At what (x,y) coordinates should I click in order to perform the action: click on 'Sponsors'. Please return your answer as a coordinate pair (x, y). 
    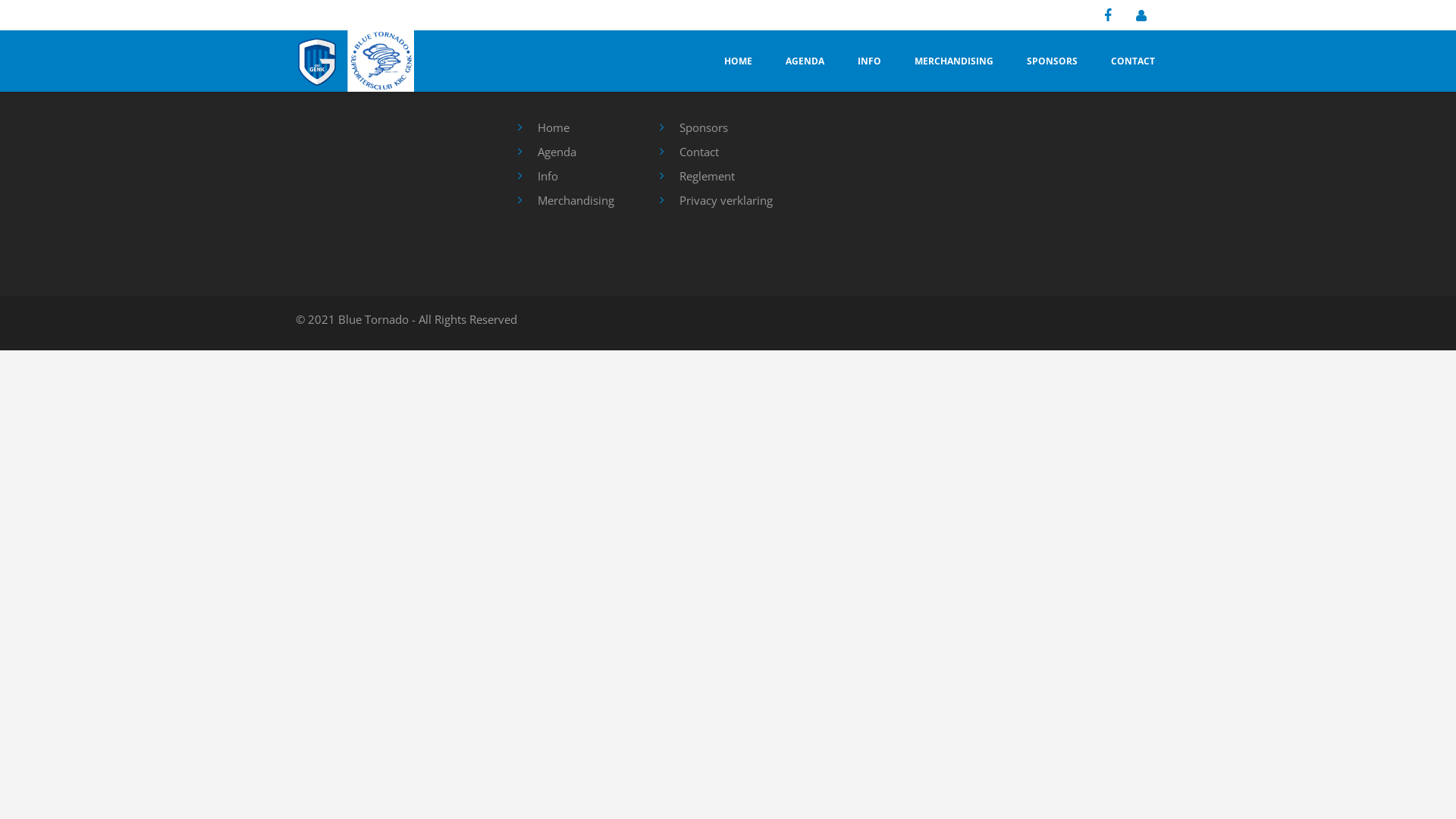
    Looking at the image, I should click on (702, 127).